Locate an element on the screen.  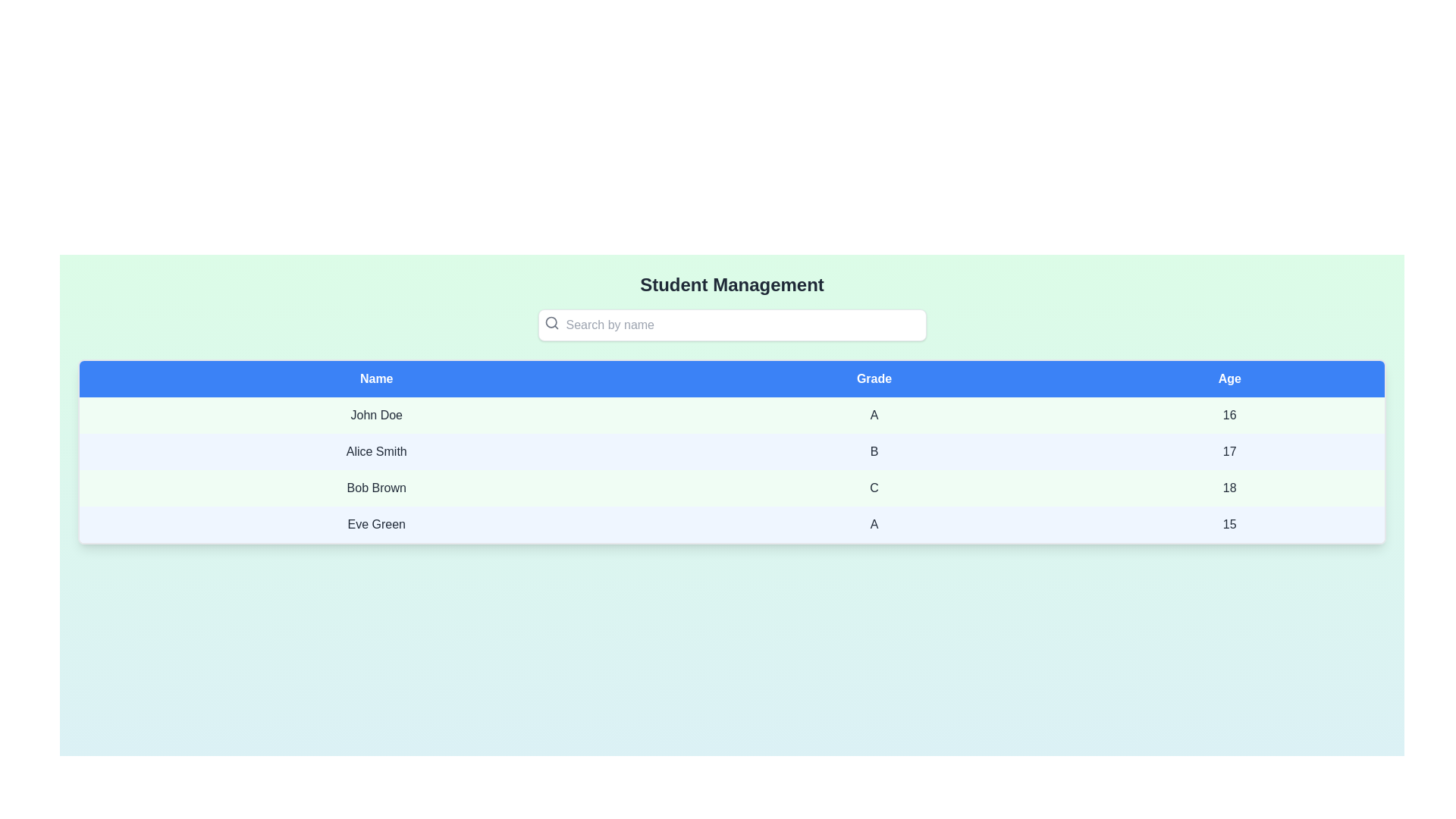
the text label displaying 'A' in the 'Grade' column for 'Eve Green', located in the fourth row and second column of the table is located at coordinates (874, 523).